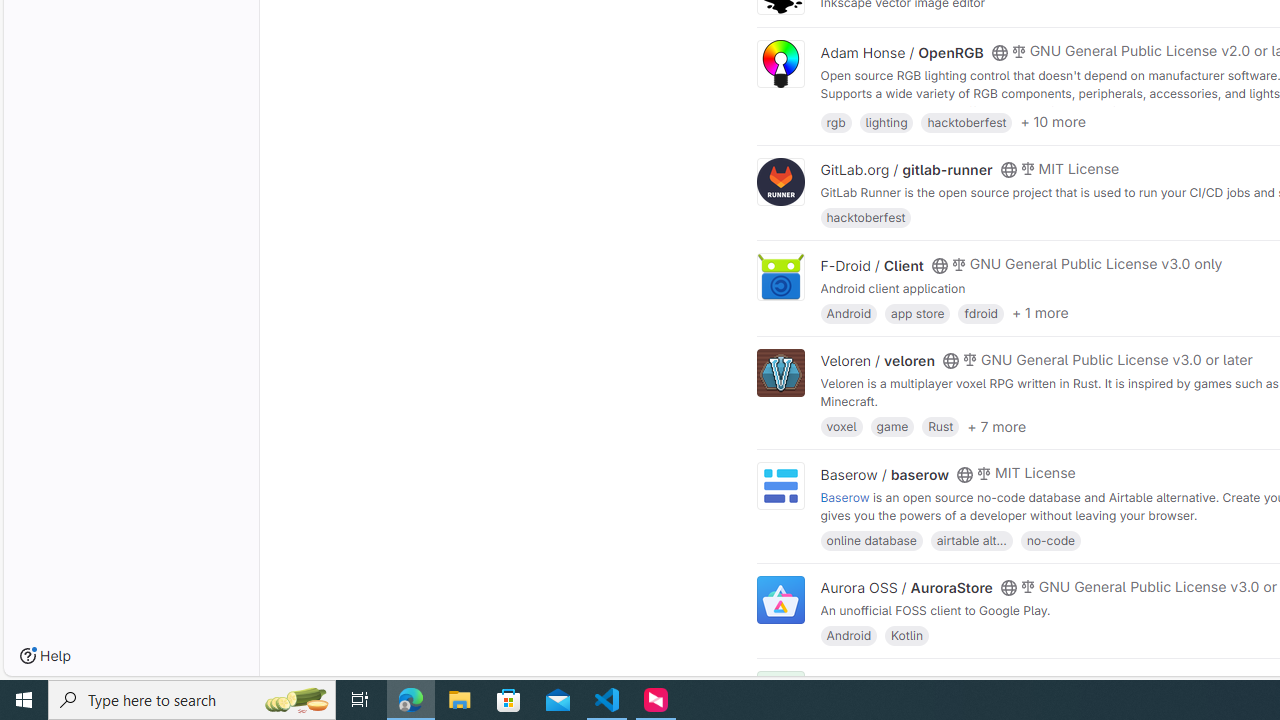  Describe the element at coordinates (294, 698) in the screenshot. I see `'Search highlights icon opens search home window'` at that location.